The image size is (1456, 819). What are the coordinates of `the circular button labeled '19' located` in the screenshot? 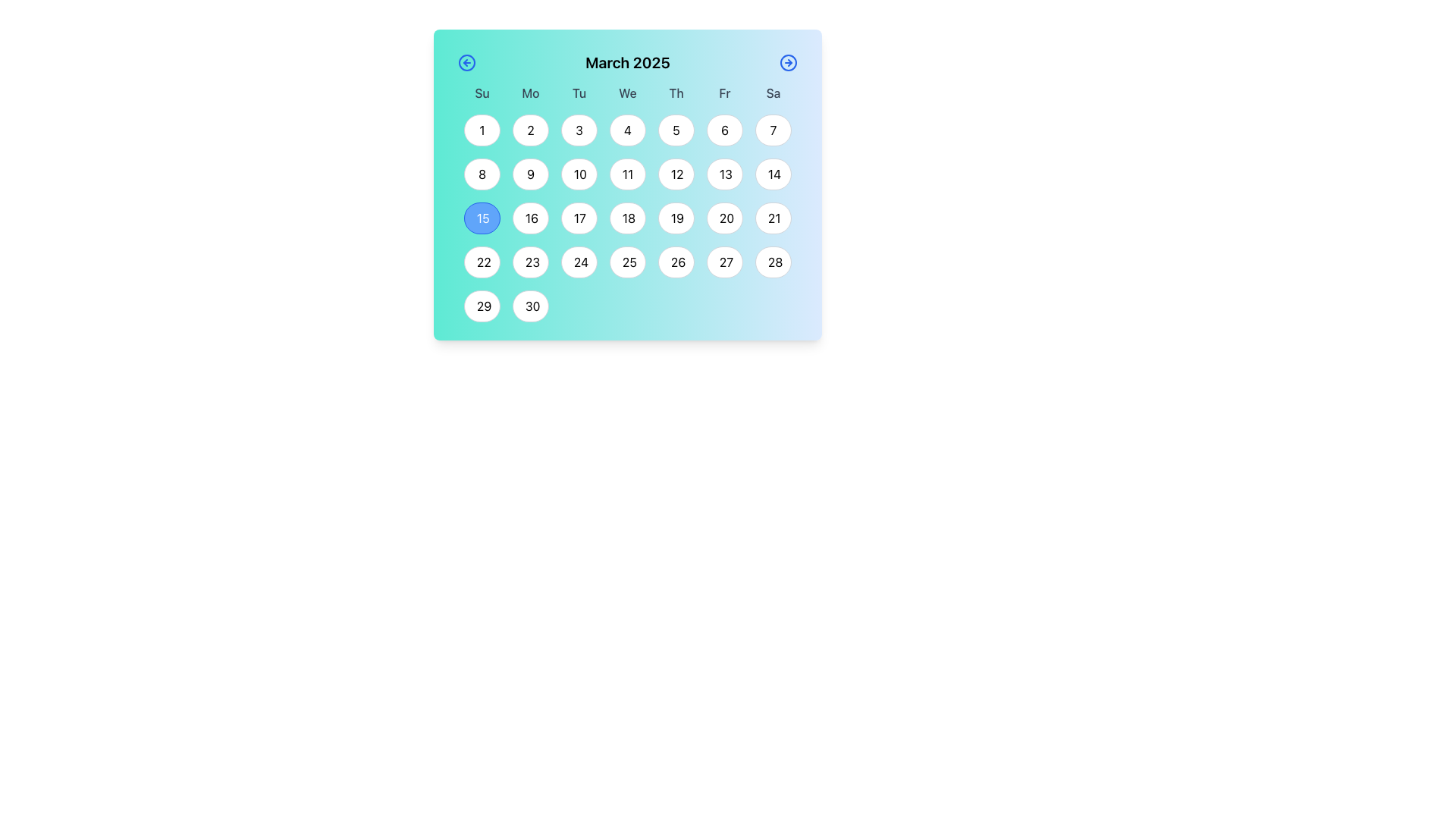 It's located at (676, 218).